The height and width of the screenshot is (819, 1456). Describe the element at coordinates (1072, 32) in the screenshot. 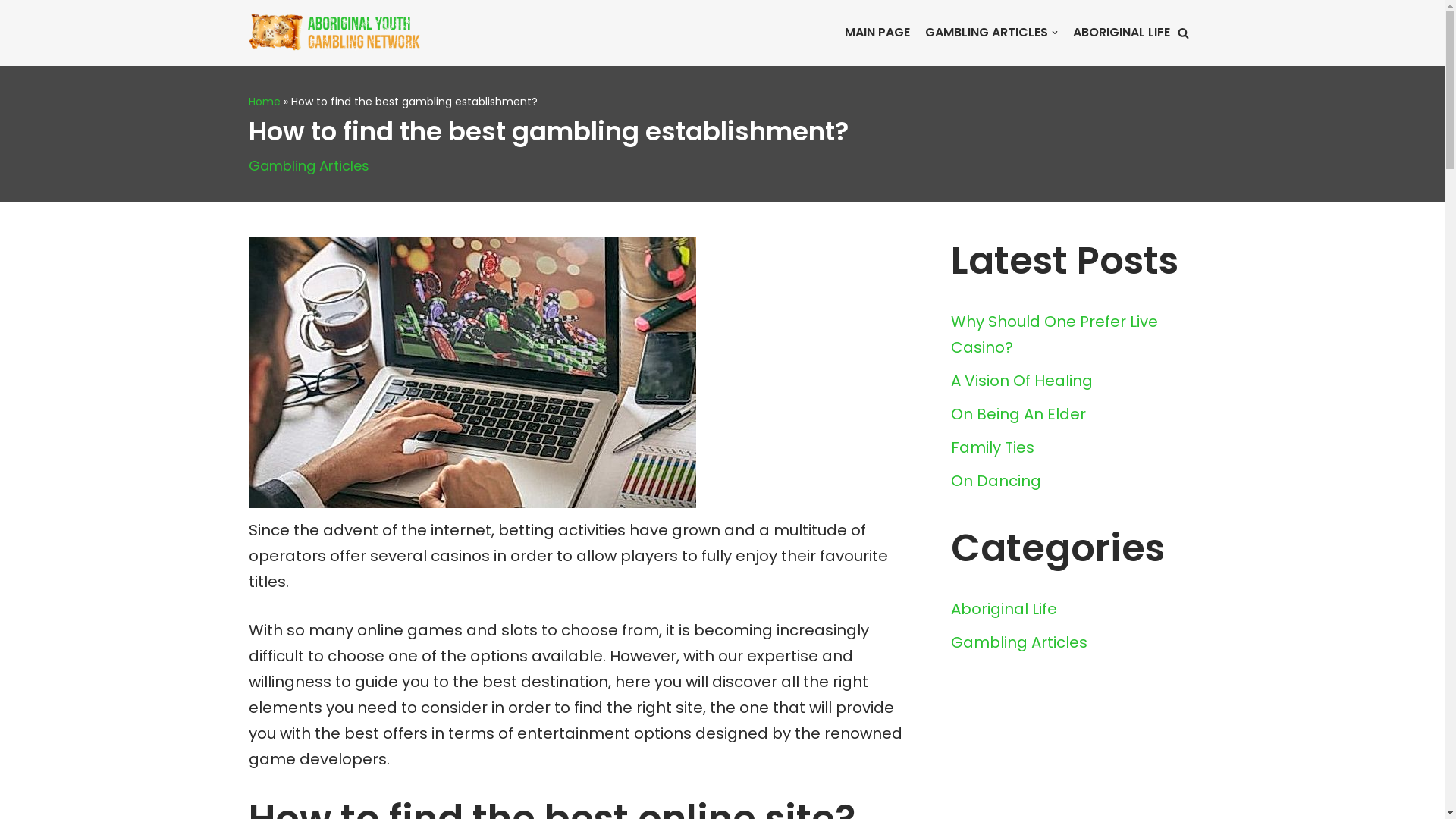

I see `'ABORIGINAL LIFE'` at that location.